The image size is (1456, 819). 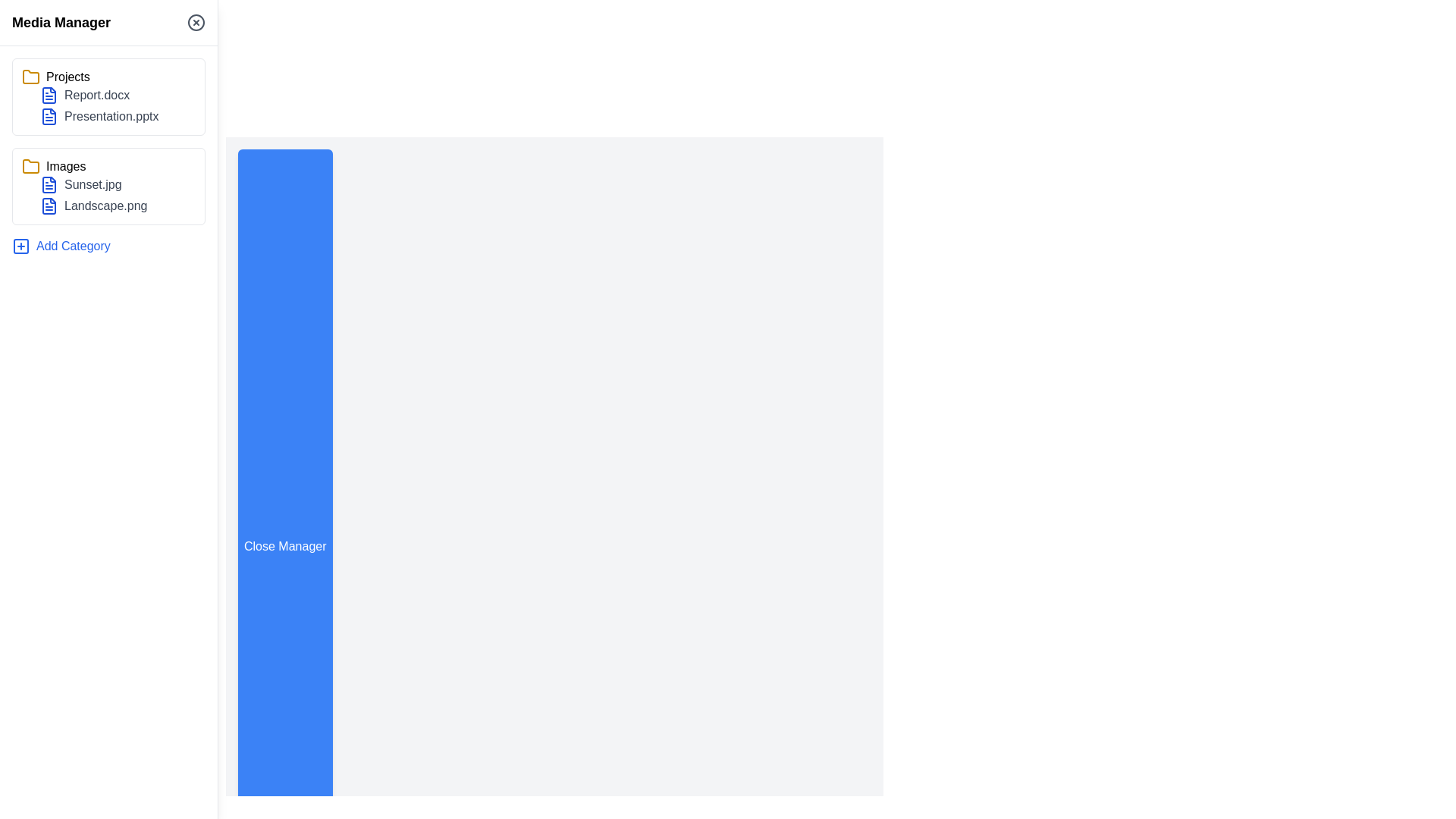 What do you see at coordinates (117, 96) in the screenshot?
I see `to select the file named 'Report.docx', the first item in the 'Projects' folder under the 'Media Manager' section` at bounding box center [117, 96].